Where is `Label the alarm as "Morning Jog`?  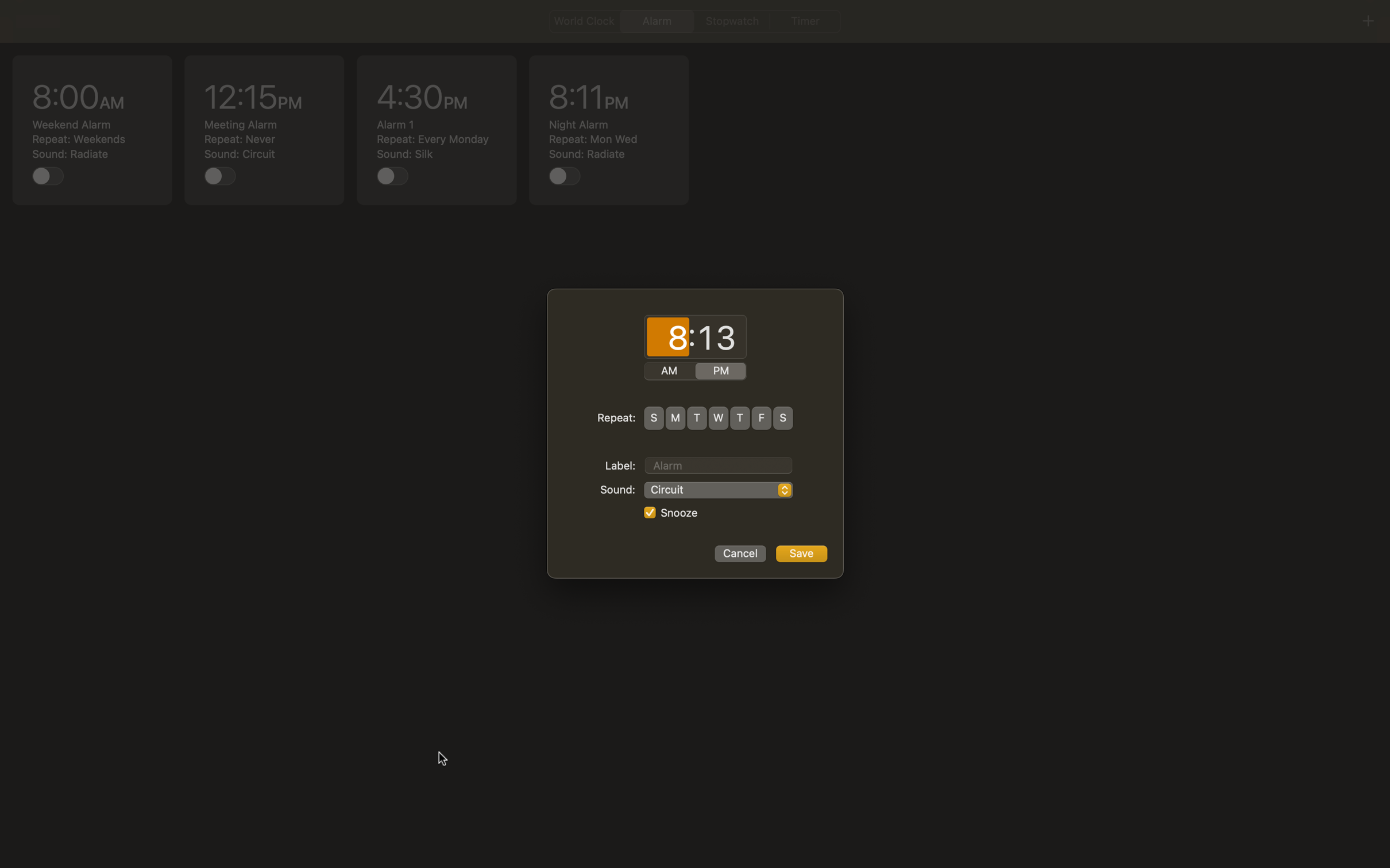
Label the alarm as "Morning Jog is located at coordinates (718, 463).